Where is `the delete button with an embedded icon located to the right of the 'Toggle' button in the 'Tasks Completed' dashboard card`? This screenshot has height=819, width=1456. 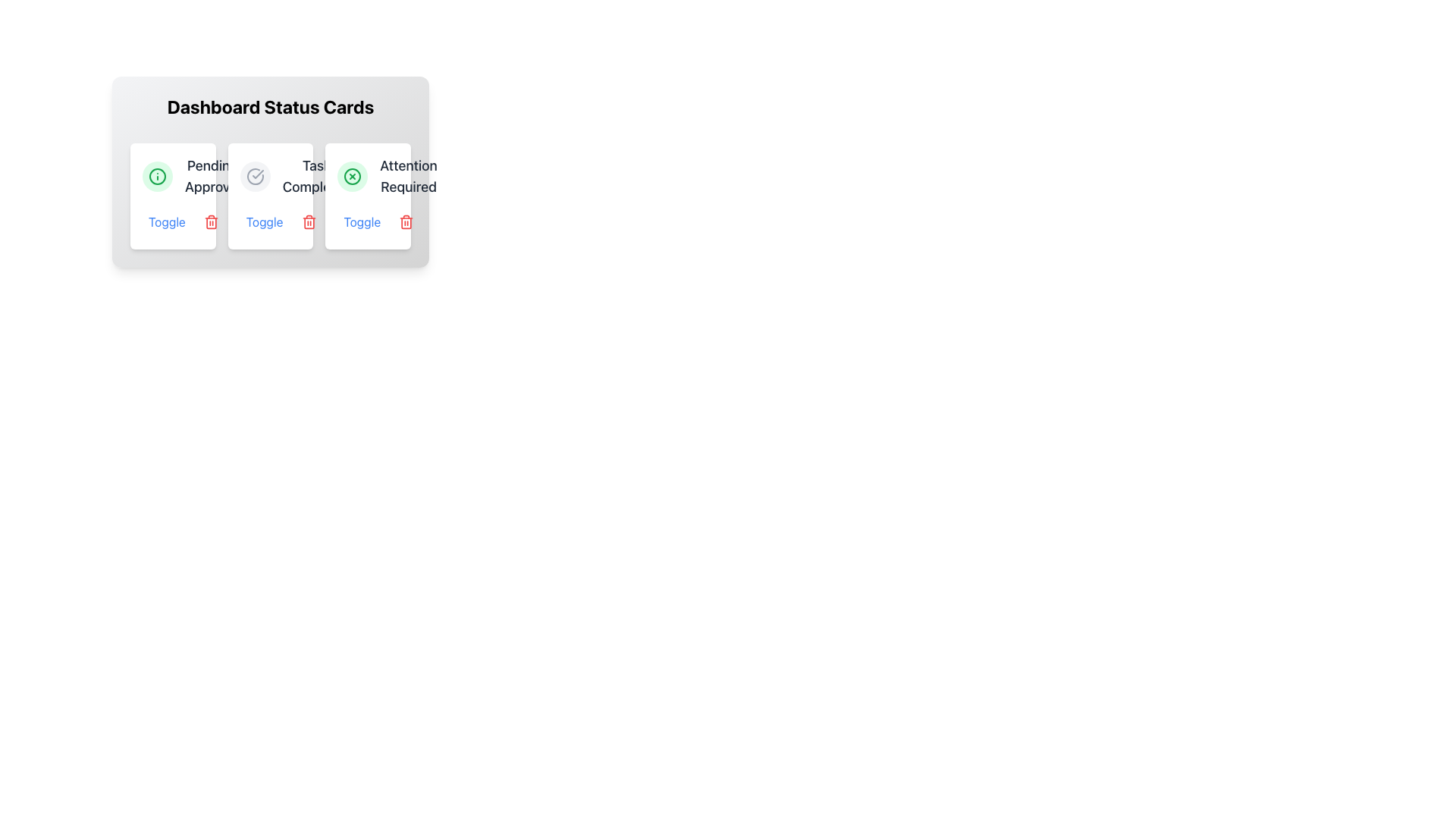
the delete button with an embedded icon located to the right of the 'Toggle' button in the 'Tasks Completed' dashboard card is located at coordinates (308, 222).